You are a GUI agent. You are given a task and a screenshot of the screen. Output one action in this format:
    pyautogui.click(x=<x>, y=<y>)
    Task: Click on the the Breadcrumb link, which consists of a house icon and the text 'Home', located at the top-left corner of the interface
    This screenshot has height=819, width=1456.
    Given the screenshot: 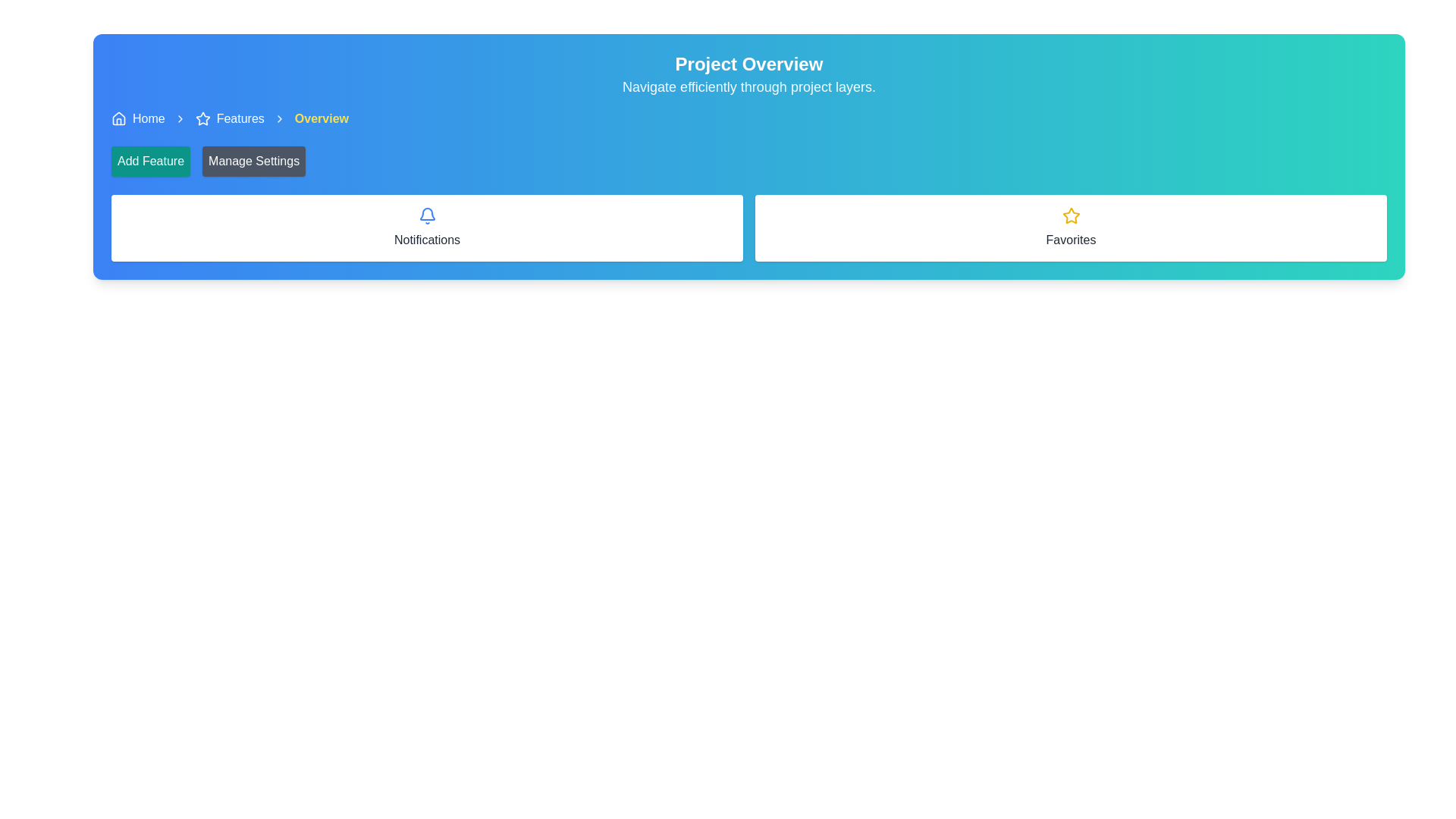 What is the action you would take?
    pyautogui.click(x=138, y=118)
    